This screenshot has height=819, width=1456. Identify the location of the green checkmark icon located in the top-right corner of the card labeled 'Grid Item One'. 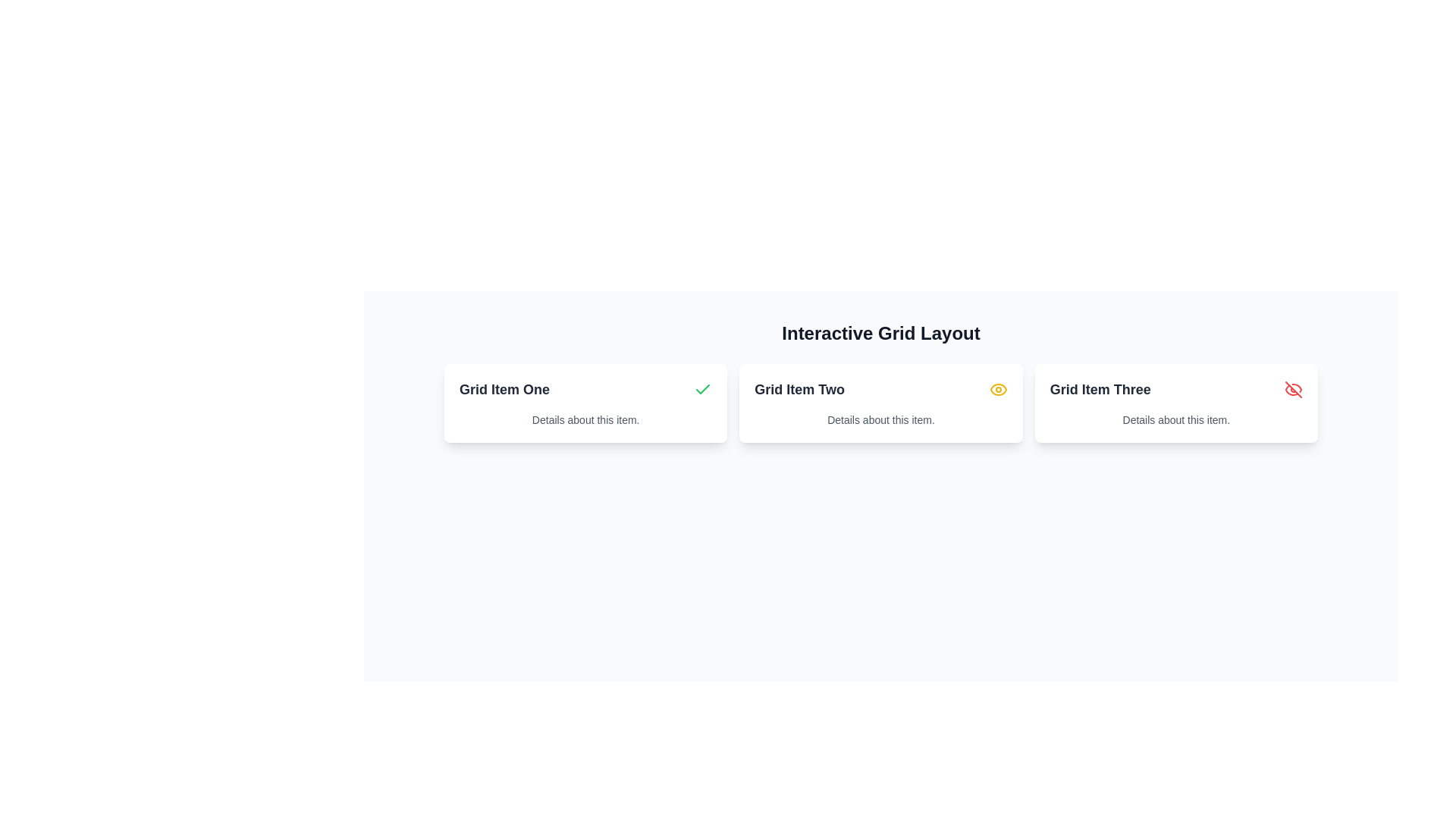
(702, 388).